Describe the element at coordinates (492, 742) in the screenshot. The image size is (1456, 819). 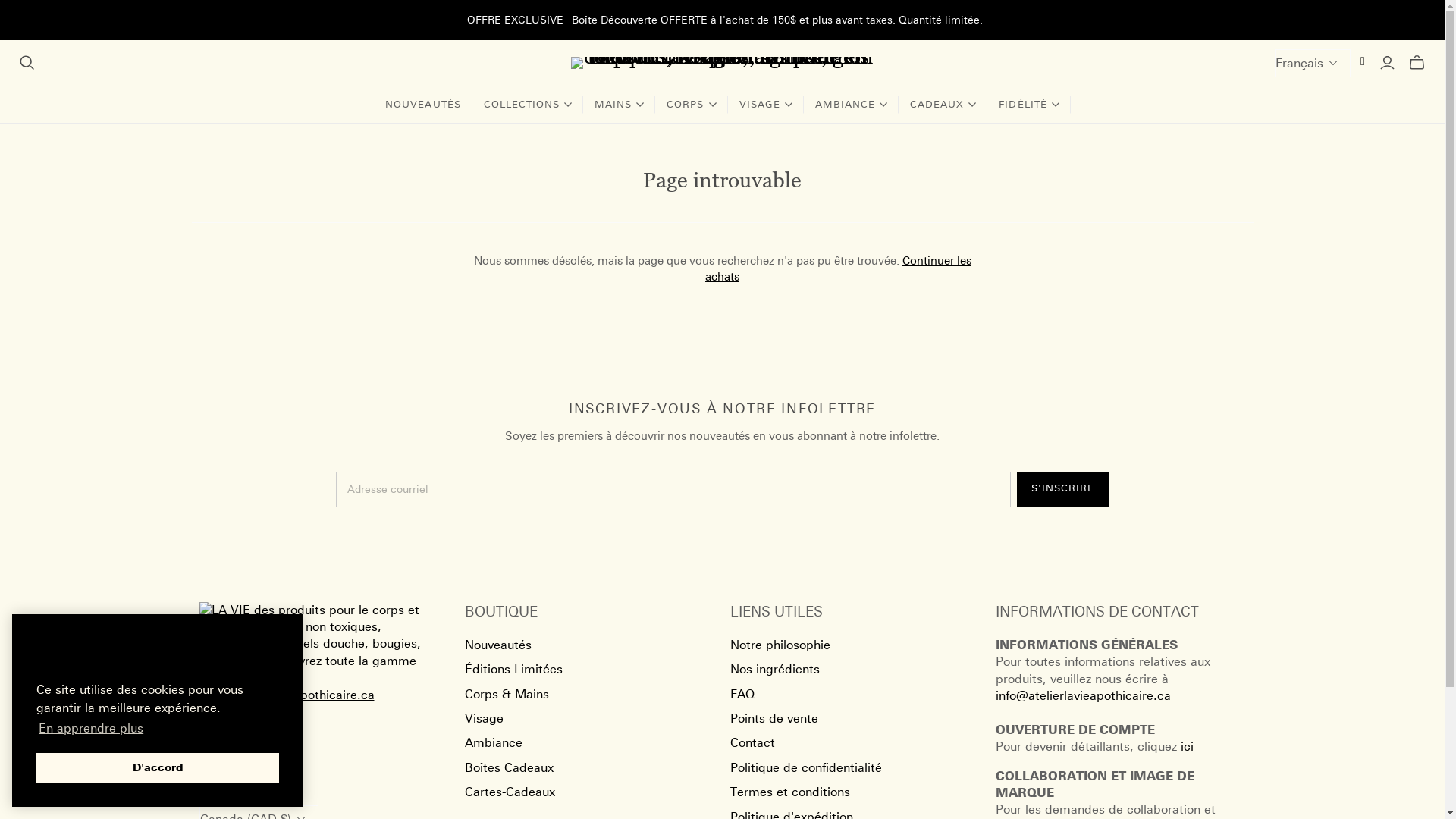
I see `'Ambiance'` at that location.